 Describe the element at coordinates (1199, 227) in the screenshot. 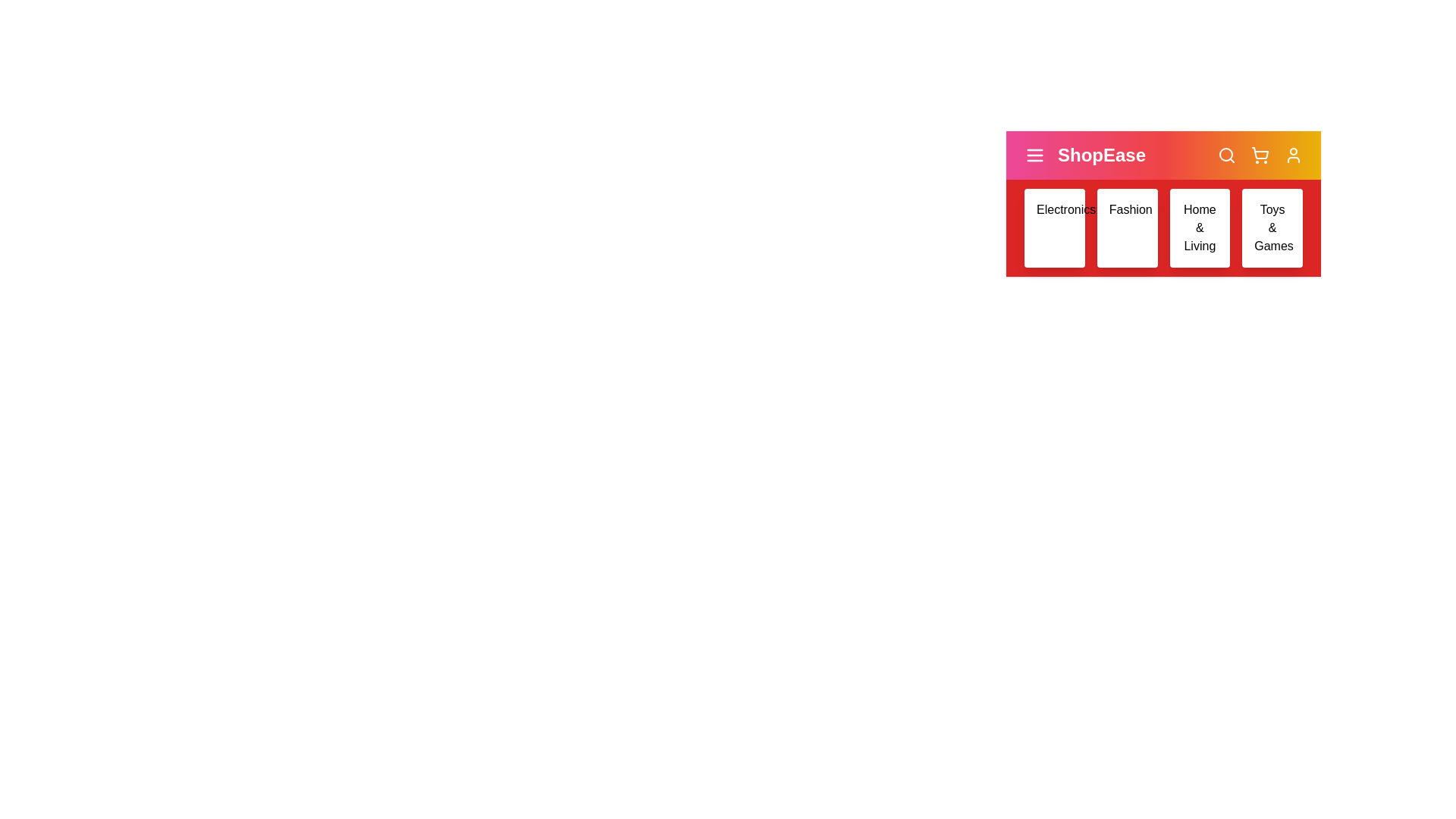

I see `the category Home & Living to view its hover effect` at that location.